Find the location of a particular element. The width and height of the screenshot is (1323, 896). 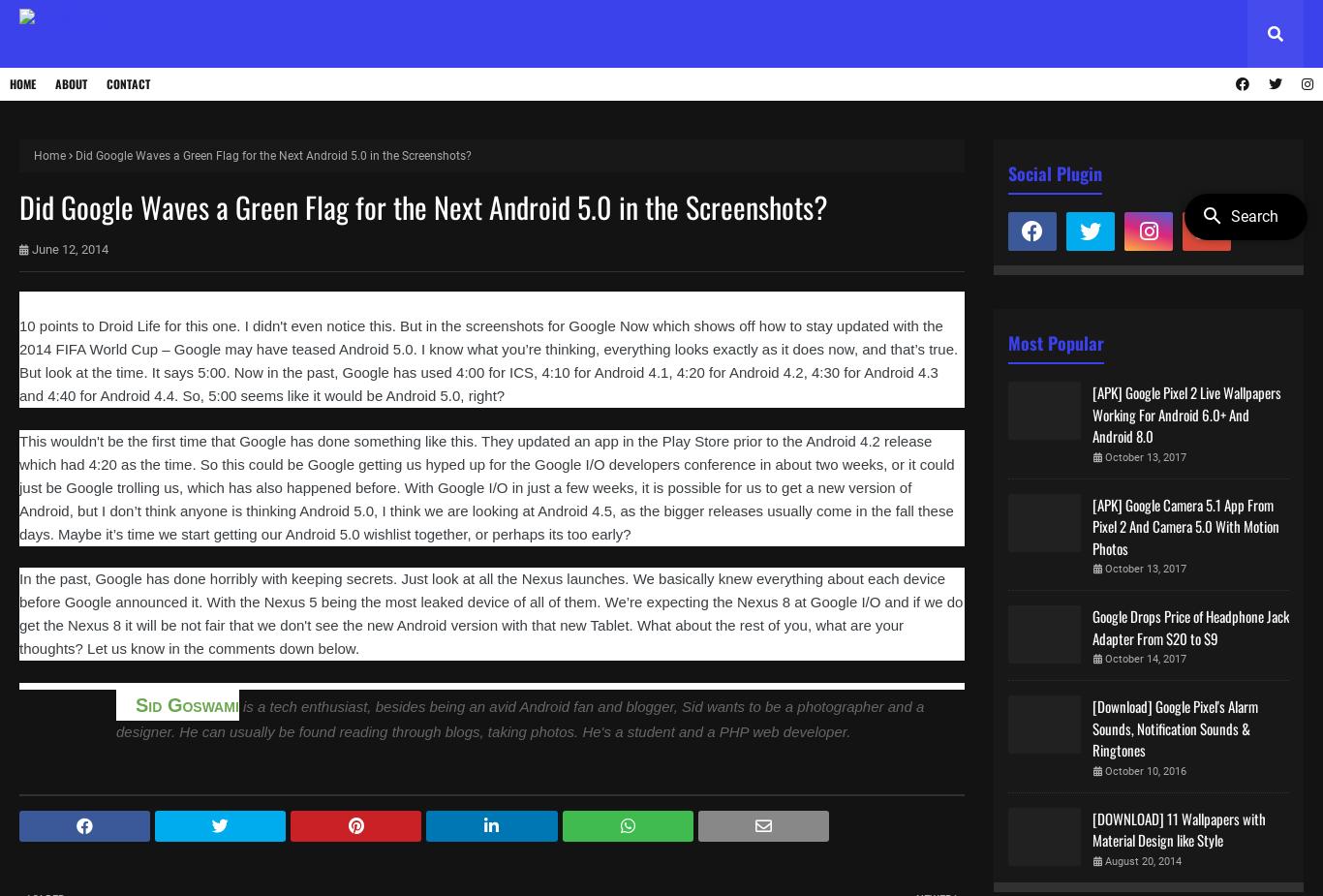

'Google Drops Price of Headphone Jack Adapter From $20 to $9' is located at coordinates (1190, 627).